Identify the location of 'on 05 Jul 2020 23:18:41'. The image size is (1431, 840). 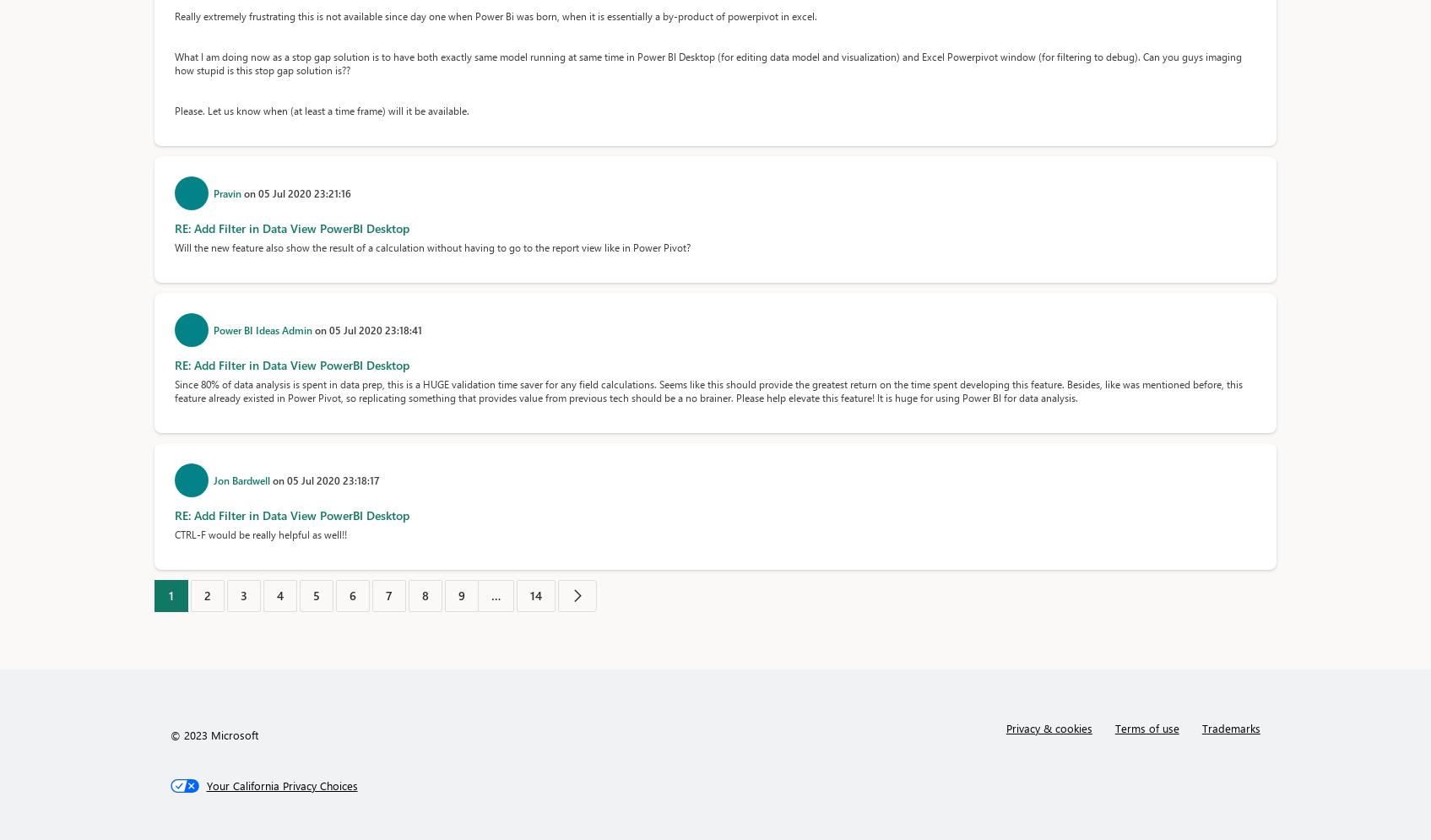
(313, 330).